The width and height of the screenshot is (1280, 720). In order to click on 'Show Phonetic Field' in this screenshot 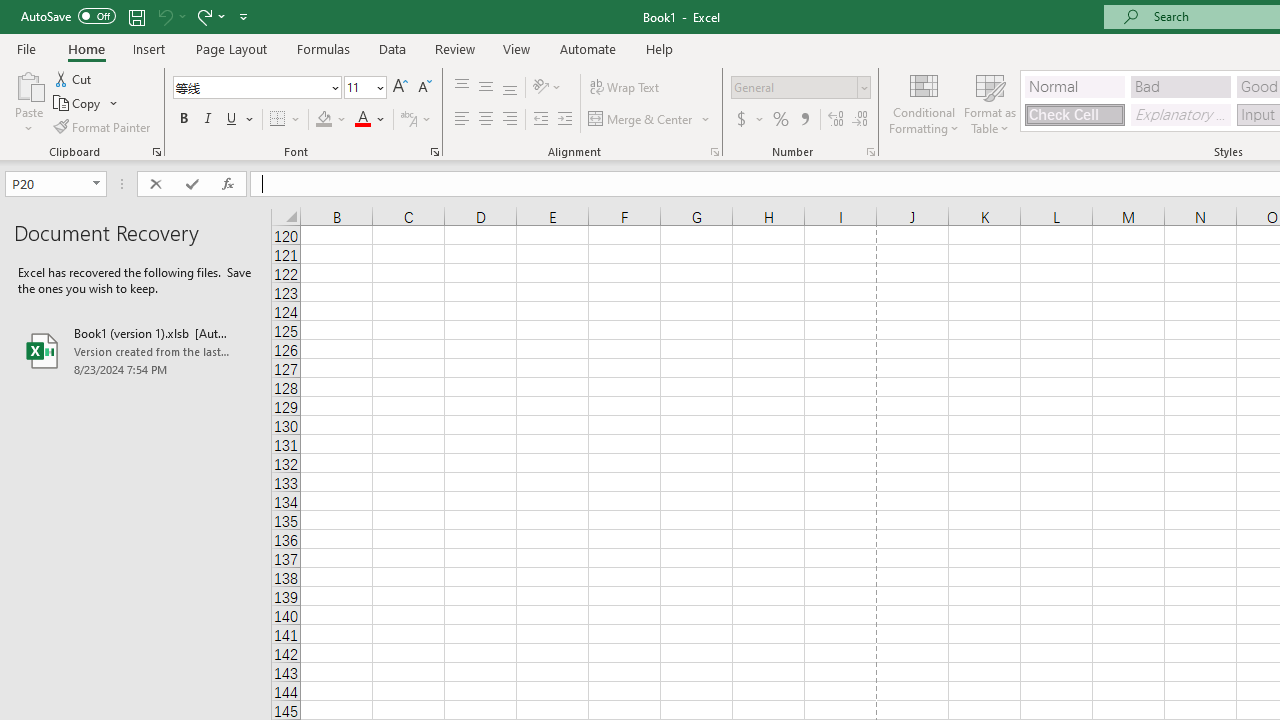, I will do `click(415, 119)`.